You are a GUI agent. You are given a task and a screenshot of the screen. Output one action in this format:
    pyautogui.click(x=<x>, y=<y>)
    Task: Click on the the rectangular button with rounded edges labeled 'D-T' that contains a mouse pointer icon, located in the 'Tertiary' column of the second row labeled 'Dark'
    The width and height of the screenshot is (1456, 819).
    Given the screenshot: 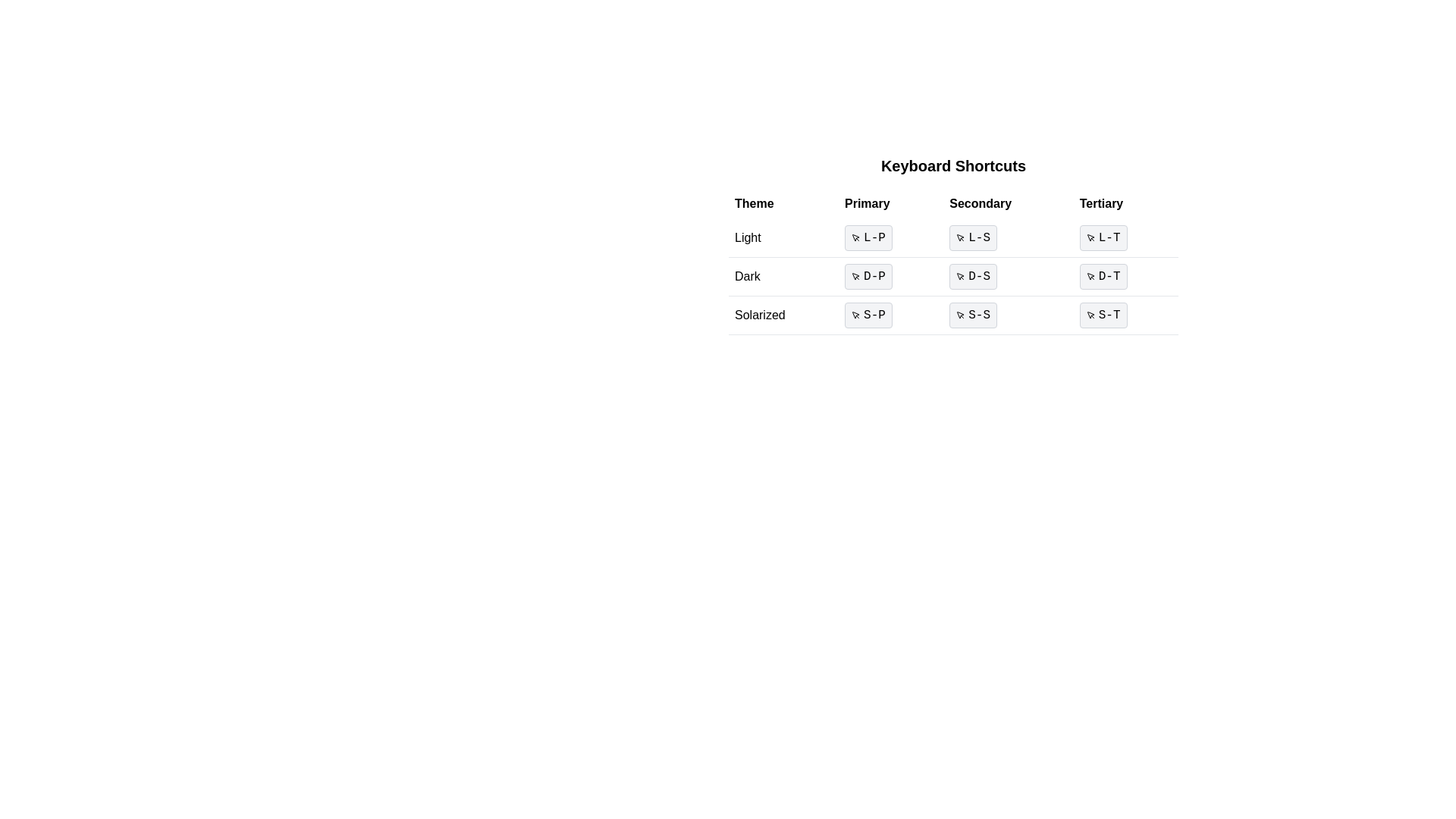 What is the action you would take?
    pyautogui.click(x=1103, y=277)
    